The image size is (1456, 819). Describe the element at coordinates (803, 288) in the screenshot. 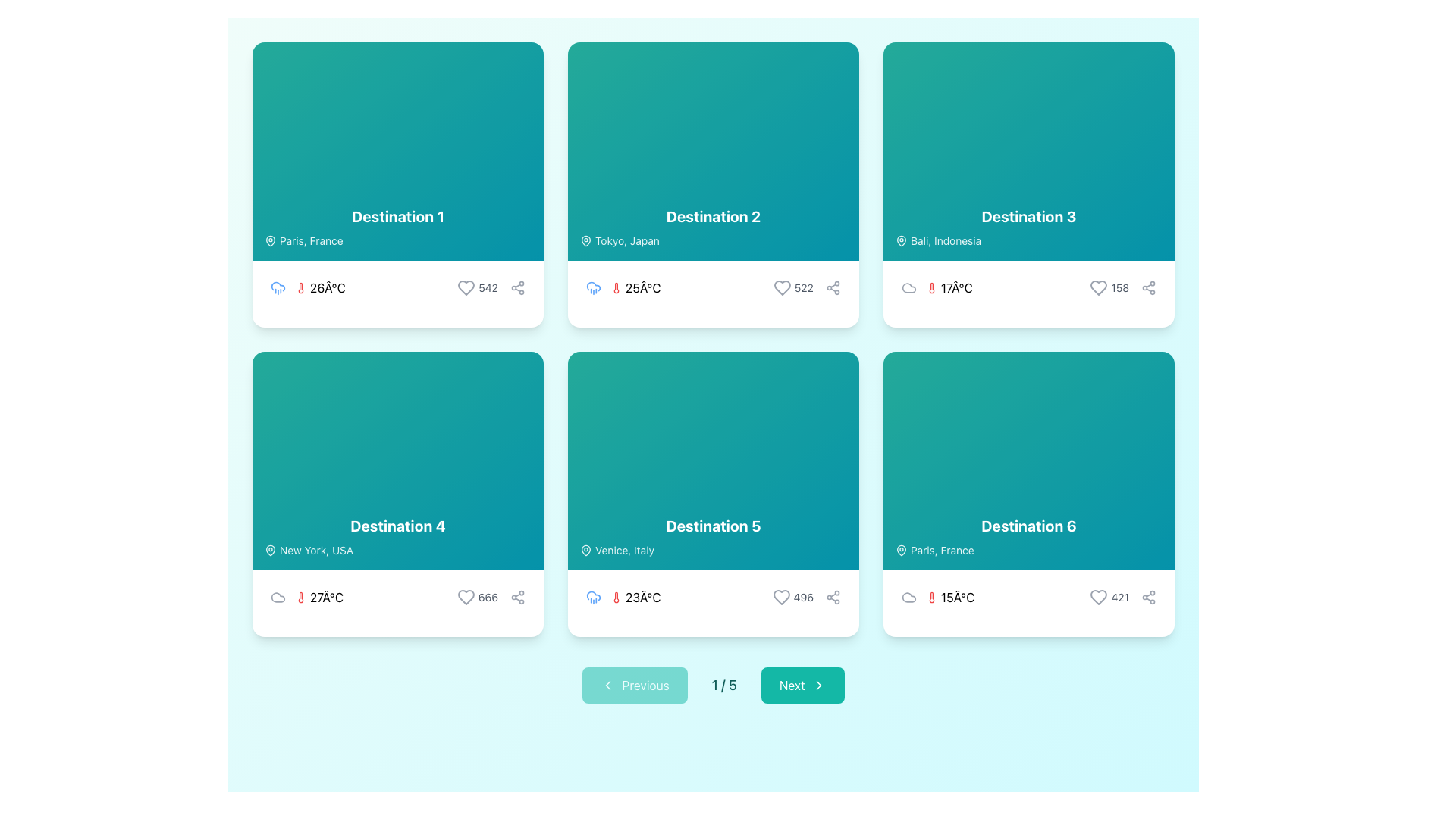

I see `the text display representing the count or rating for 'Destination 2', located to the right of the heart icon in the bottom-right corner of the card` at that location.